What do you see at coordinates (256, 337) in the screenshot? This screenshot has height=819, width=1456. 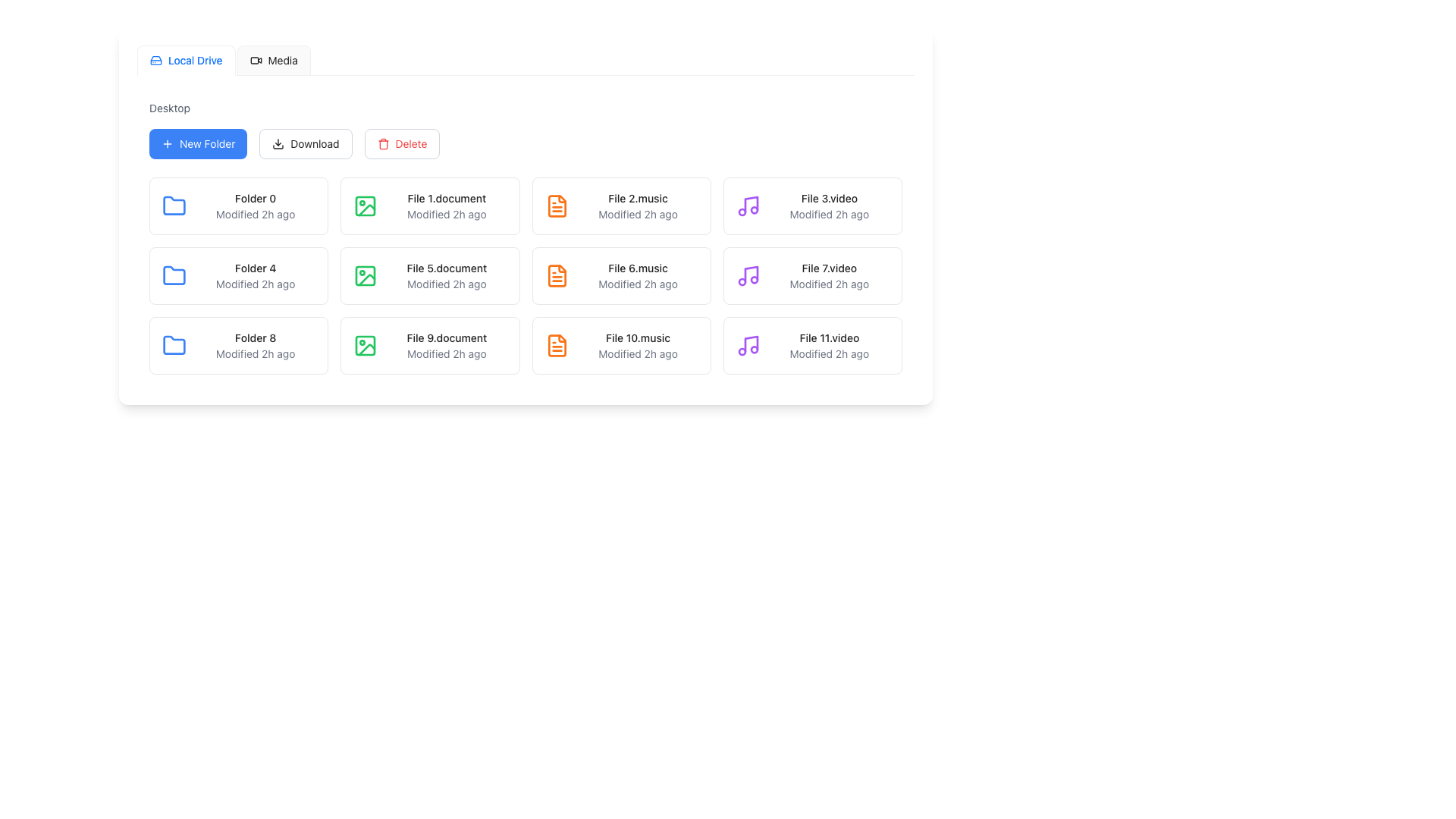 I see `the text label 'Folder 8'` at bounding box center [256, 337].